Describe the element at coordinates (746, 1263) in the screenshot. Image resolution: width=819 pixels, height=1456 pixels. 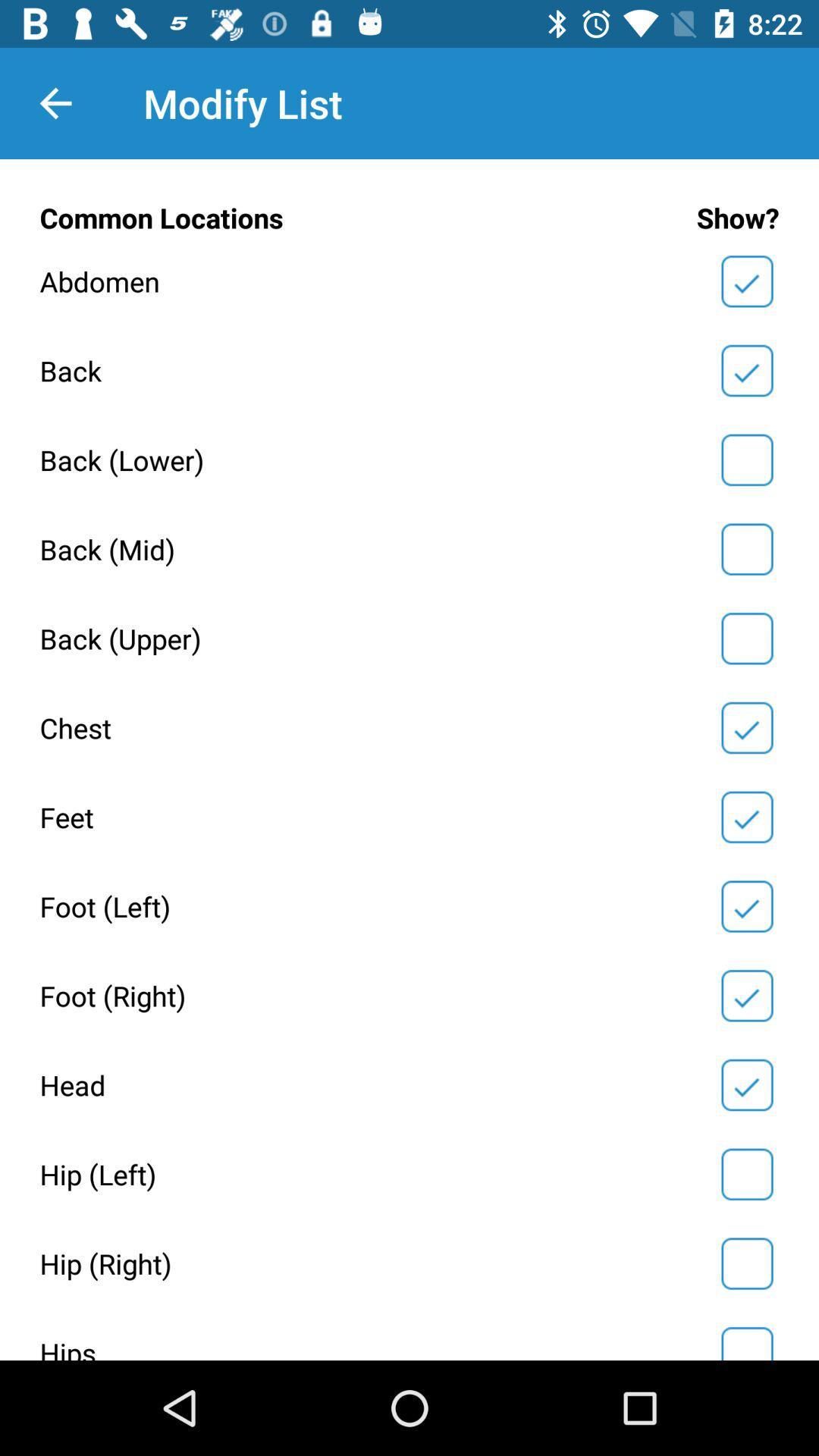
I see `symptom right hip` at that location.